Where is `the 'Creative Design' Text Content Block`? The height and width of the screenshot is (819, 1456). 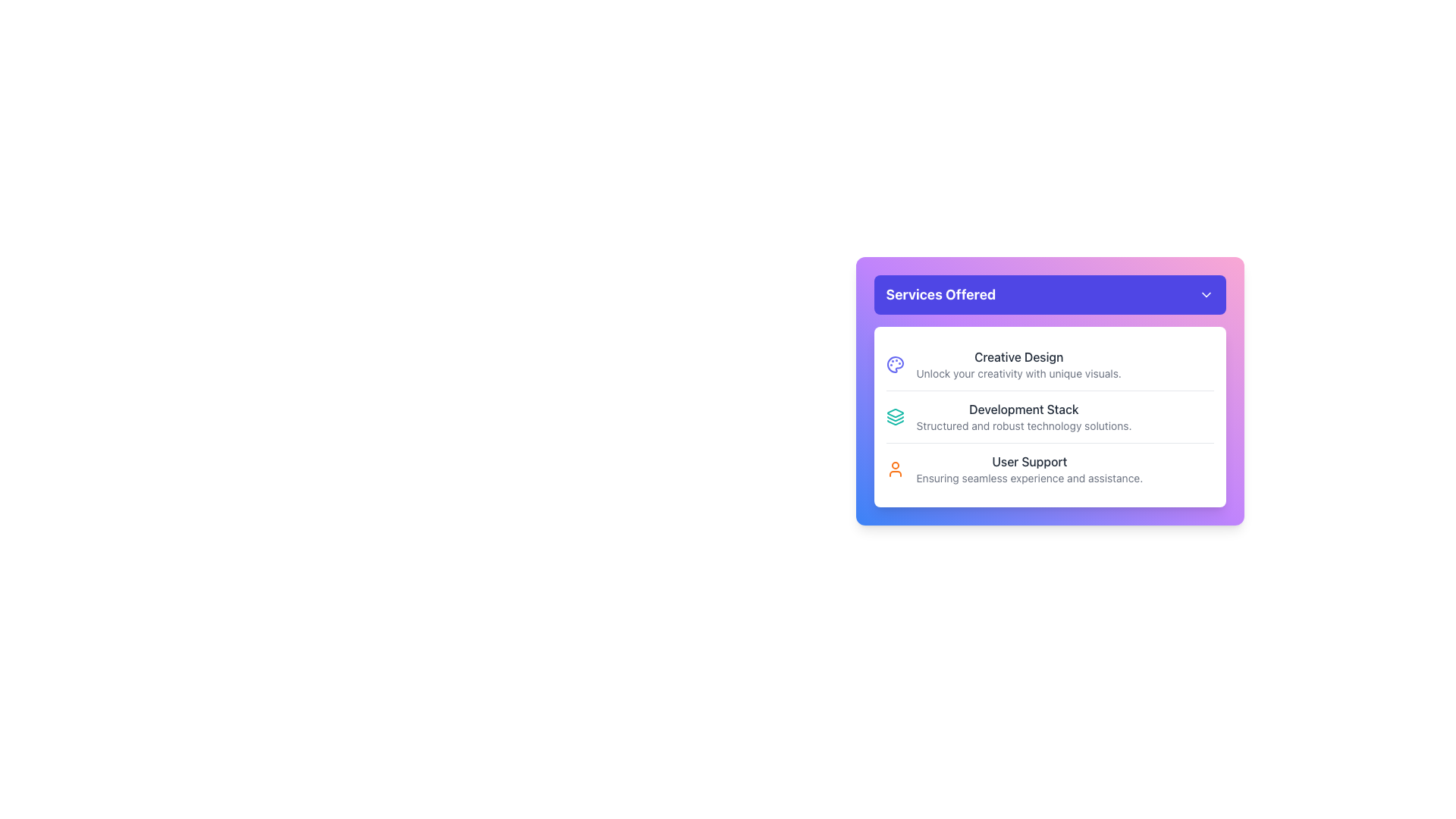
the 'Creative Design' Text Content Block is located at coordinates (1018, 365).